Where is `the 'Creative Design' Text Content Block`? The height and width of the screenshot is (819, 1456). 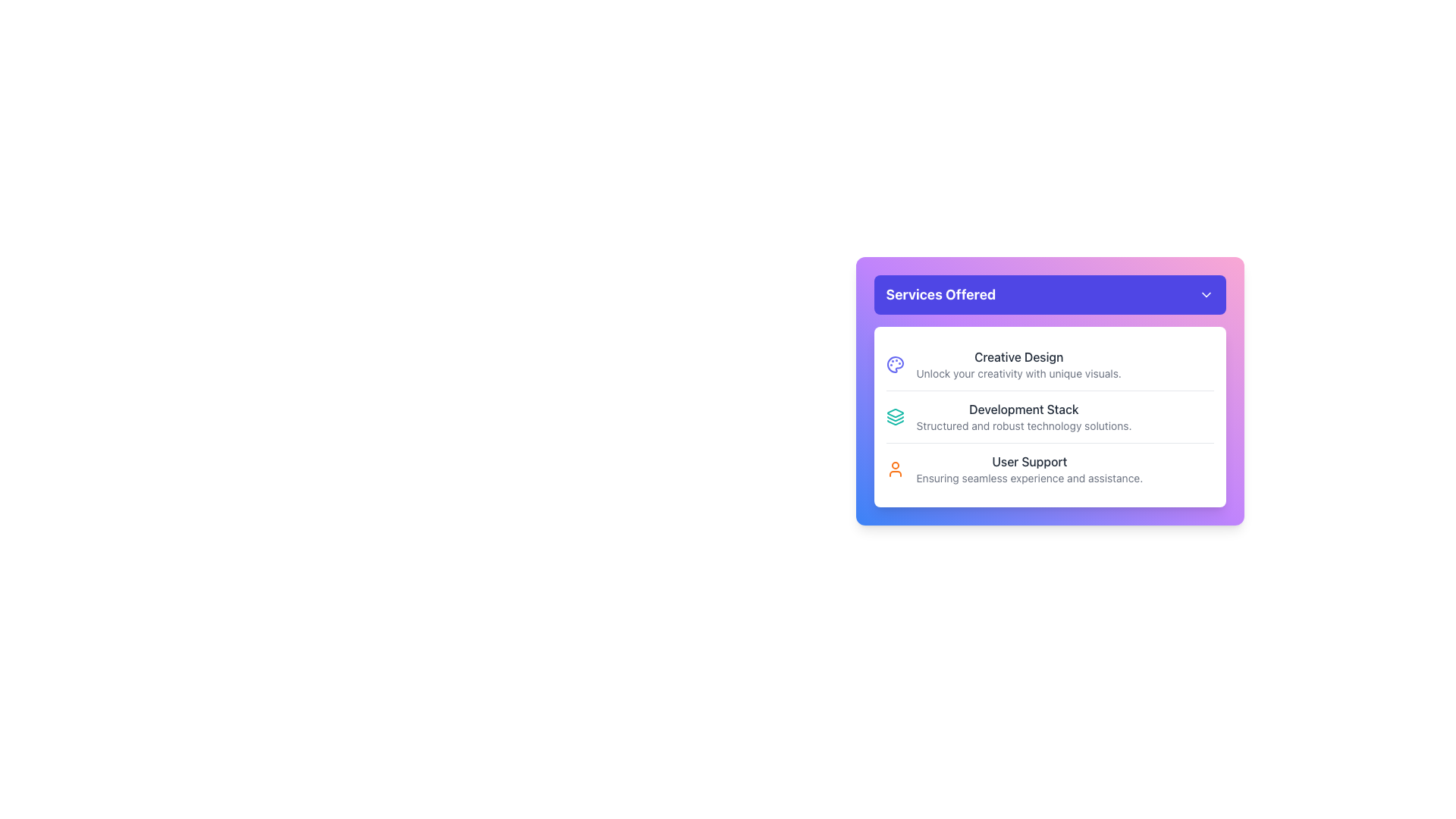
the 'Creative Design' Text Content Block is located at coordinates (1018, 365).